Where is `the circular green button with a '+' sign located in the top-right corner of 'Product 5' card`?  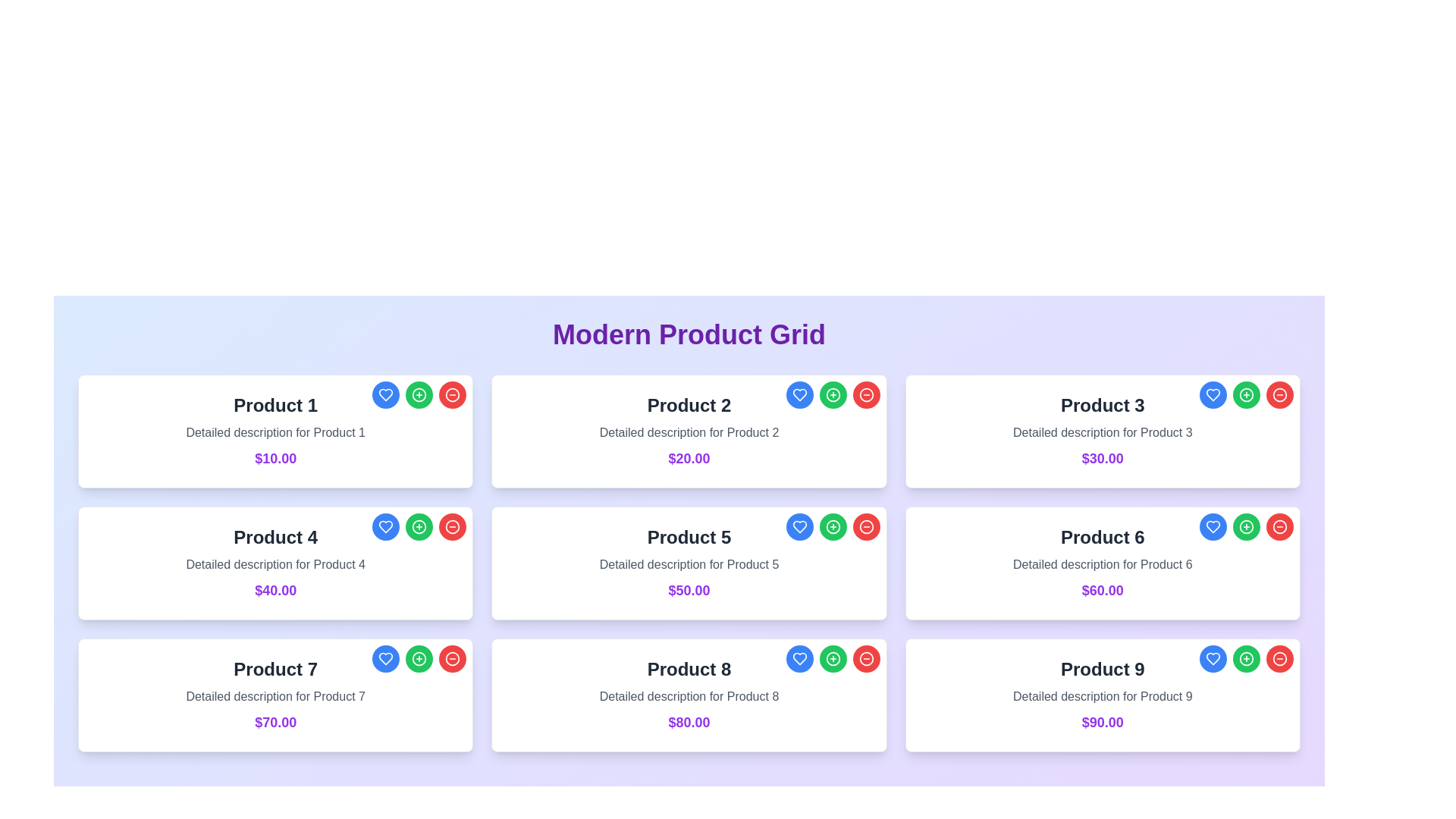 the circular green button with a '+' sign located in the top-right corner of 'Product 5' card is located at coordinates (832, 526).